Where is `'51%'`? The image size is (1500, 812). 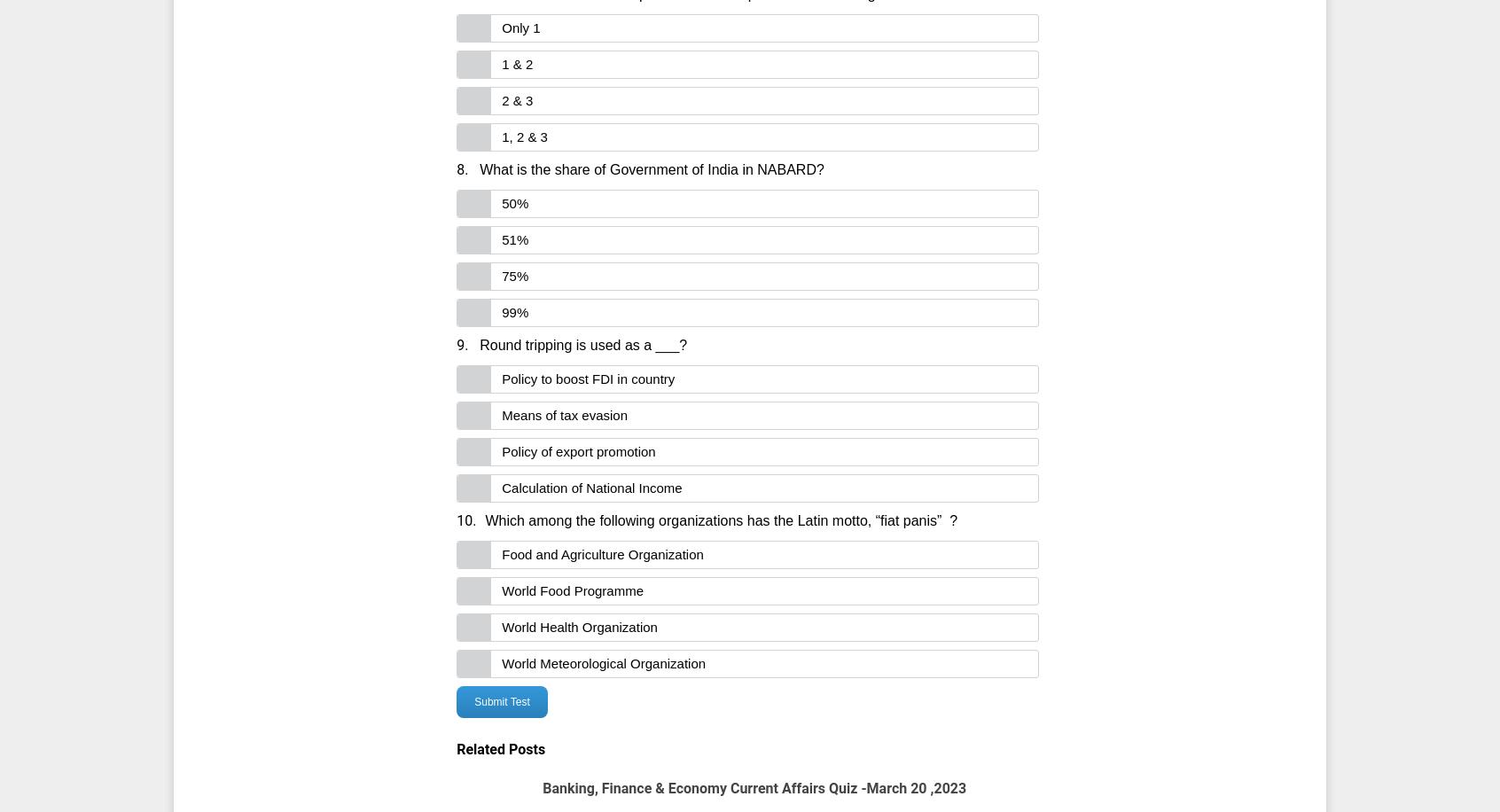 '51%' is located at coordinates (514, 239).